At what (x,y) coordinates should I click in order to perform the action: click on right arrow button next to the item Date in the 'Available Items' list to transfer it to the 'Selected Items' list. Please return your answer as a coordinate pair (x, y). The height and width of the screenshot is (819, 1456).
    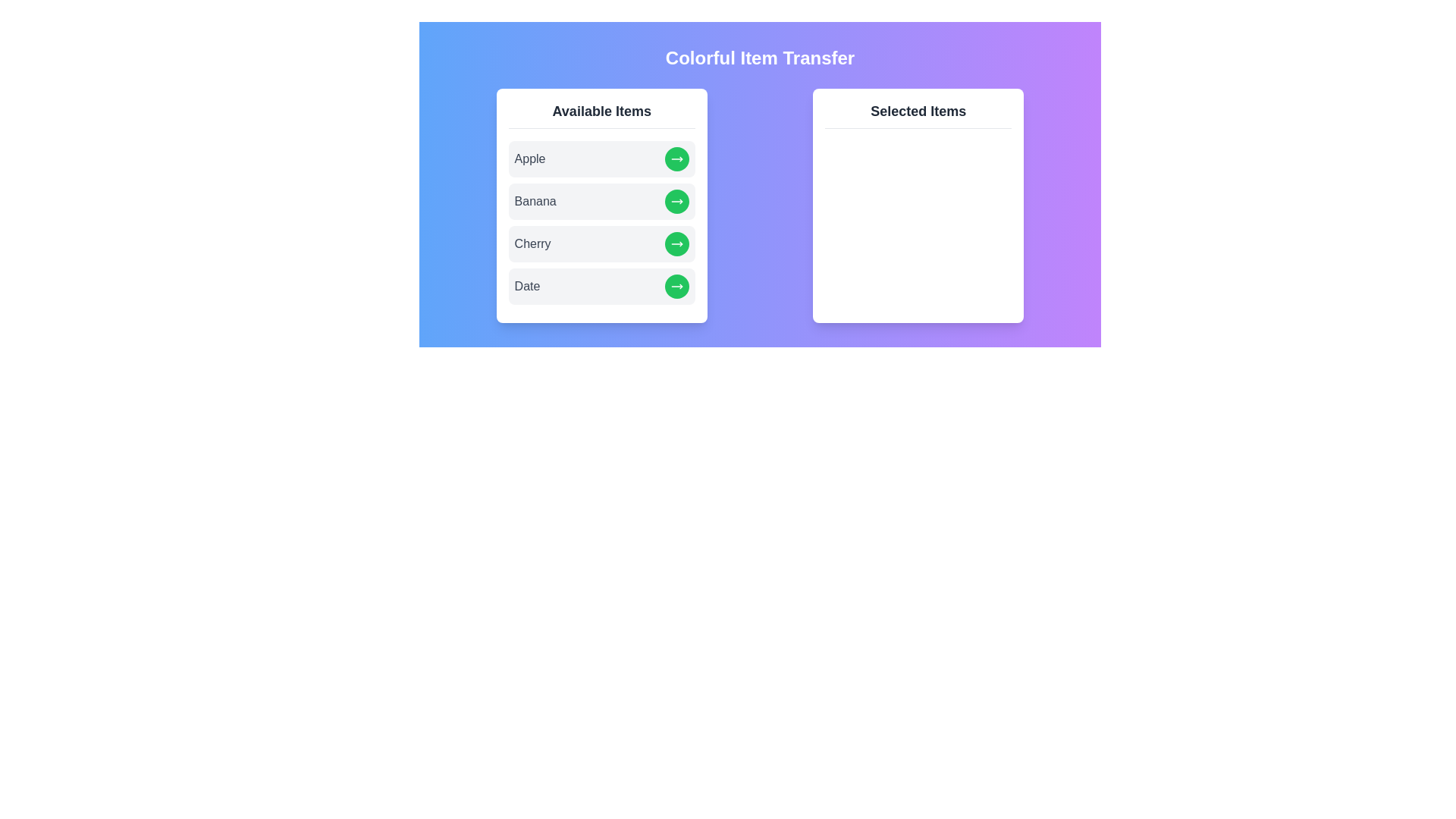
    Looking at the image, I should click on (676, 287).